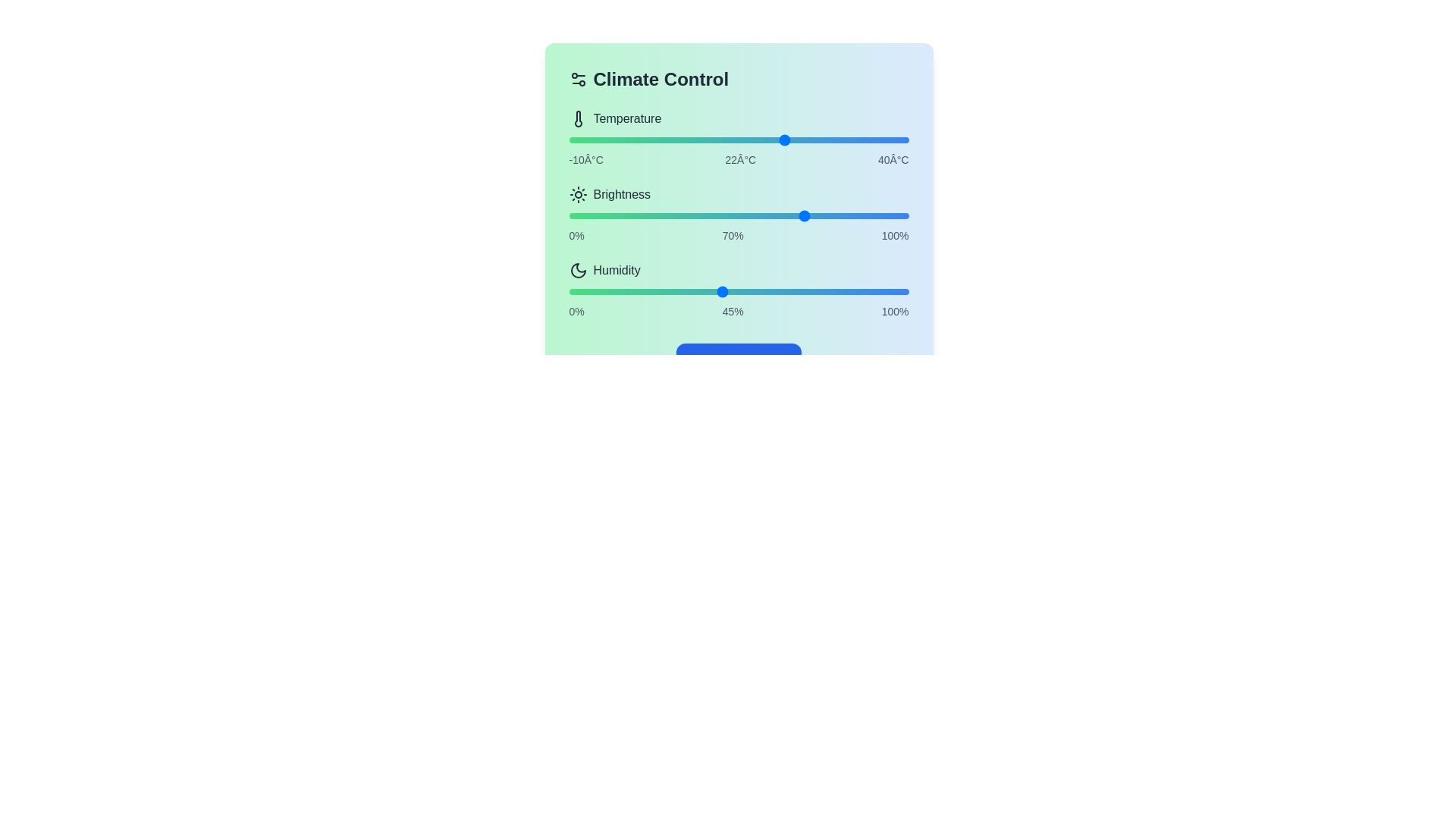 The width and height of the screenshot is (1456, 819). What do you see at coordinates (633, 292) in the screenshot?
I see `the humidity` at bounding box center [633, 292].